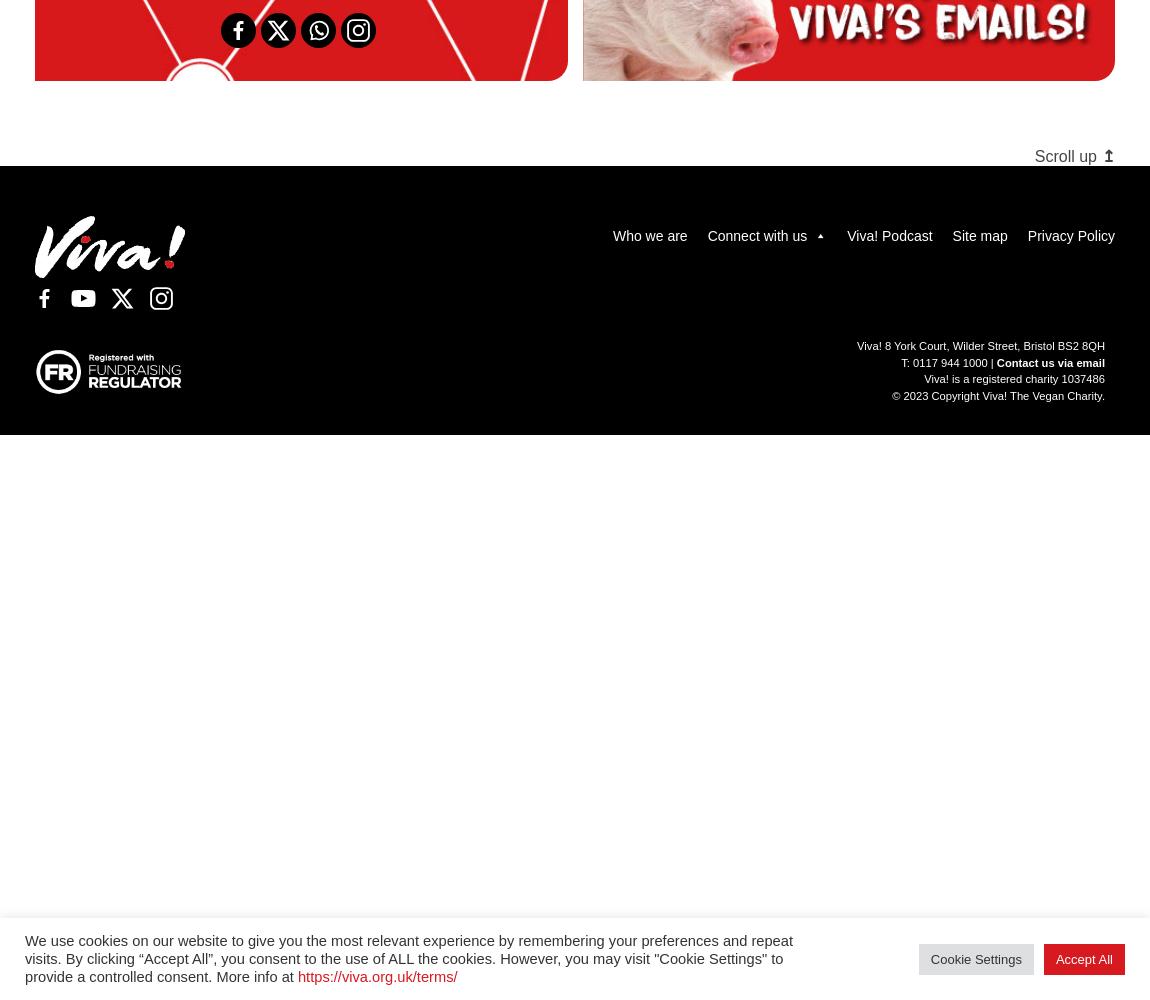  I want to click on '© 2023 Copyright Viva! The Vegan Charity.', so click(892, 396).